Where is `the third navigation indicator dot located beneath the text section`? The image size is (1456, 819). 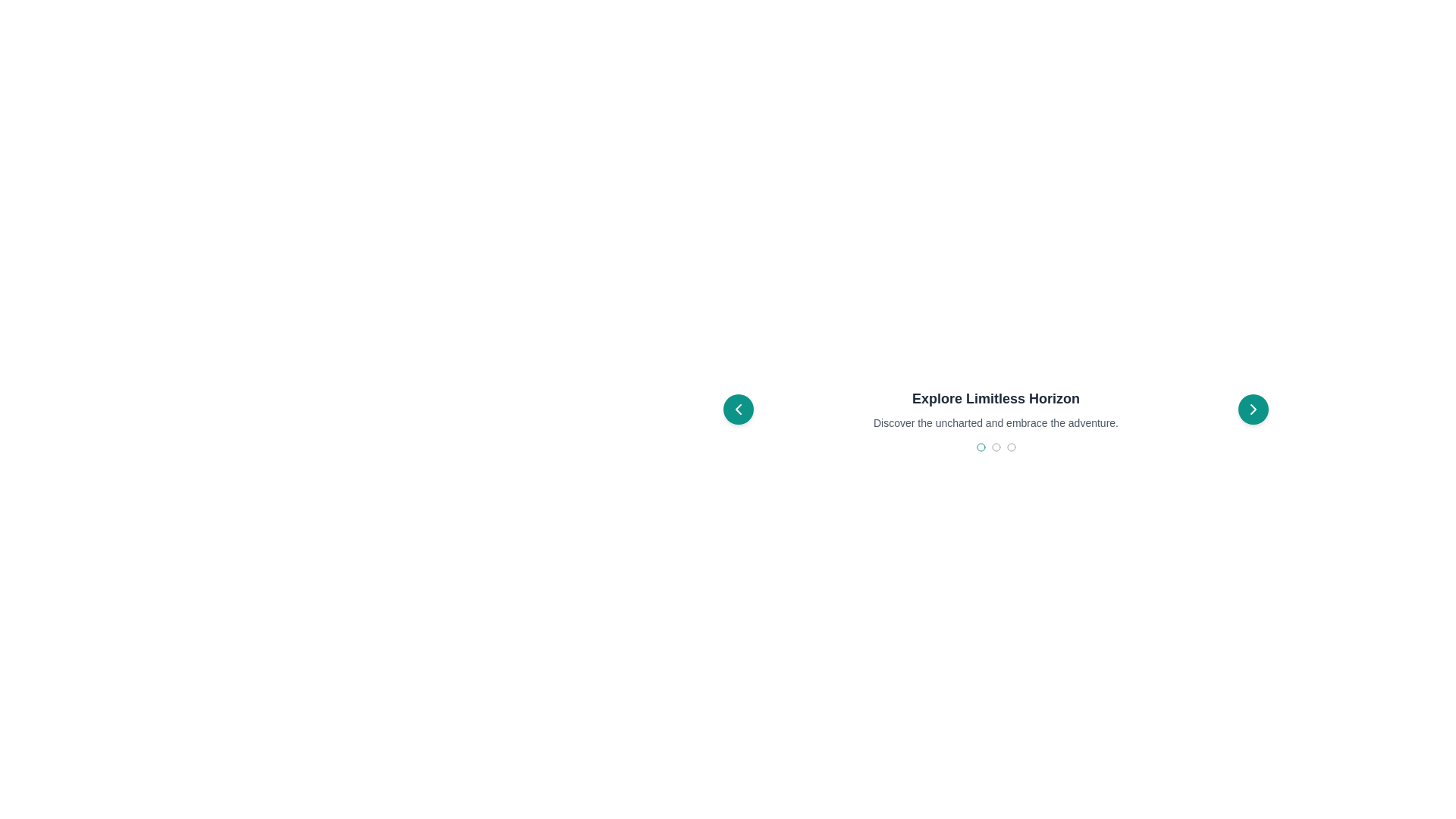 the third navigation indicator dot located beneath the text section is located at coordinates (1011, 447).